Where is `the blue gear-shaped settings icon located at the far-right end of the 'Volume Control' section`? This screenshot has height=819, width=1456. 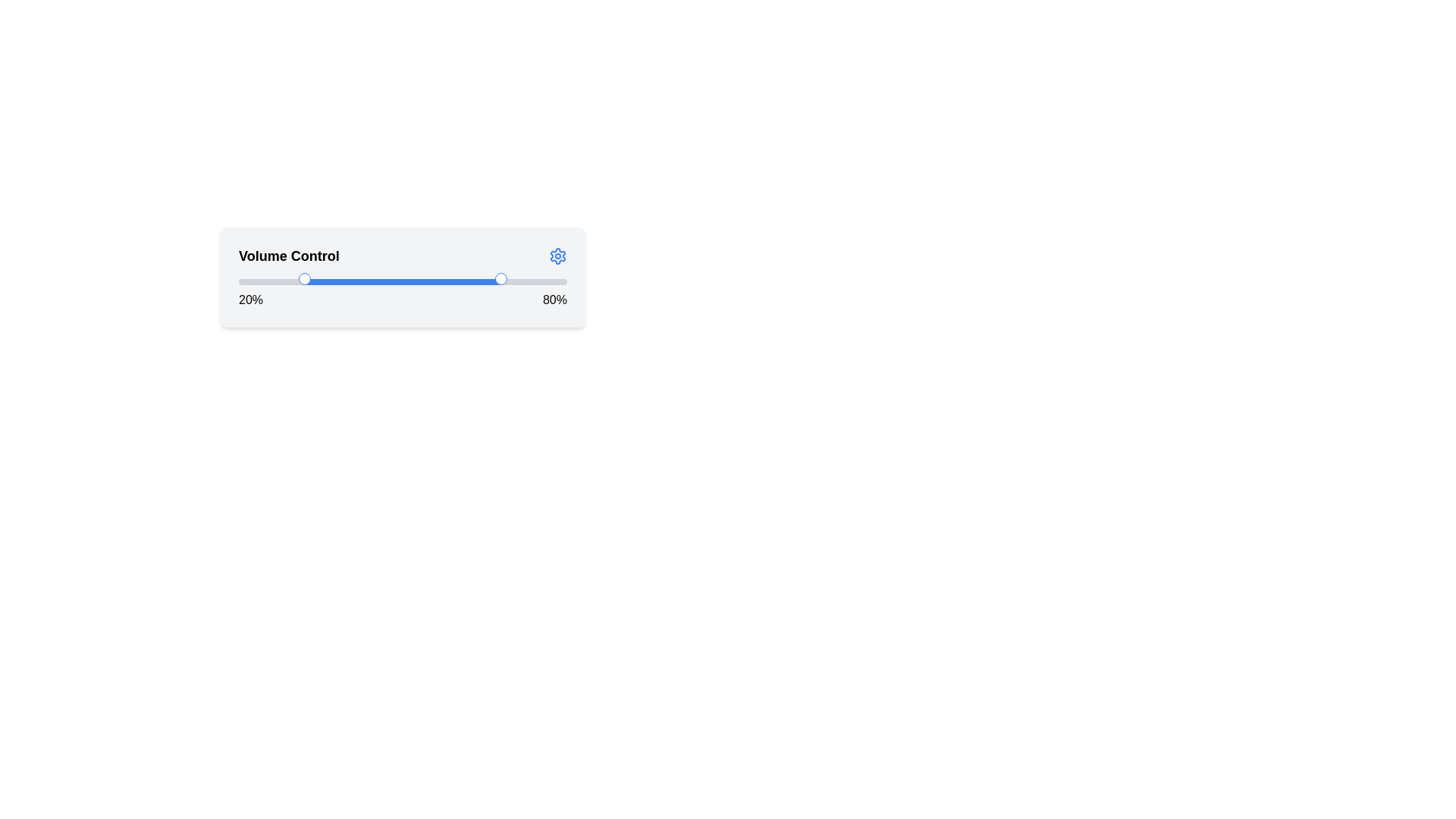 the blue gear-shaped settings icon located at the far-right end of the 'Volume Control' section is located at coordinates (557, 256).